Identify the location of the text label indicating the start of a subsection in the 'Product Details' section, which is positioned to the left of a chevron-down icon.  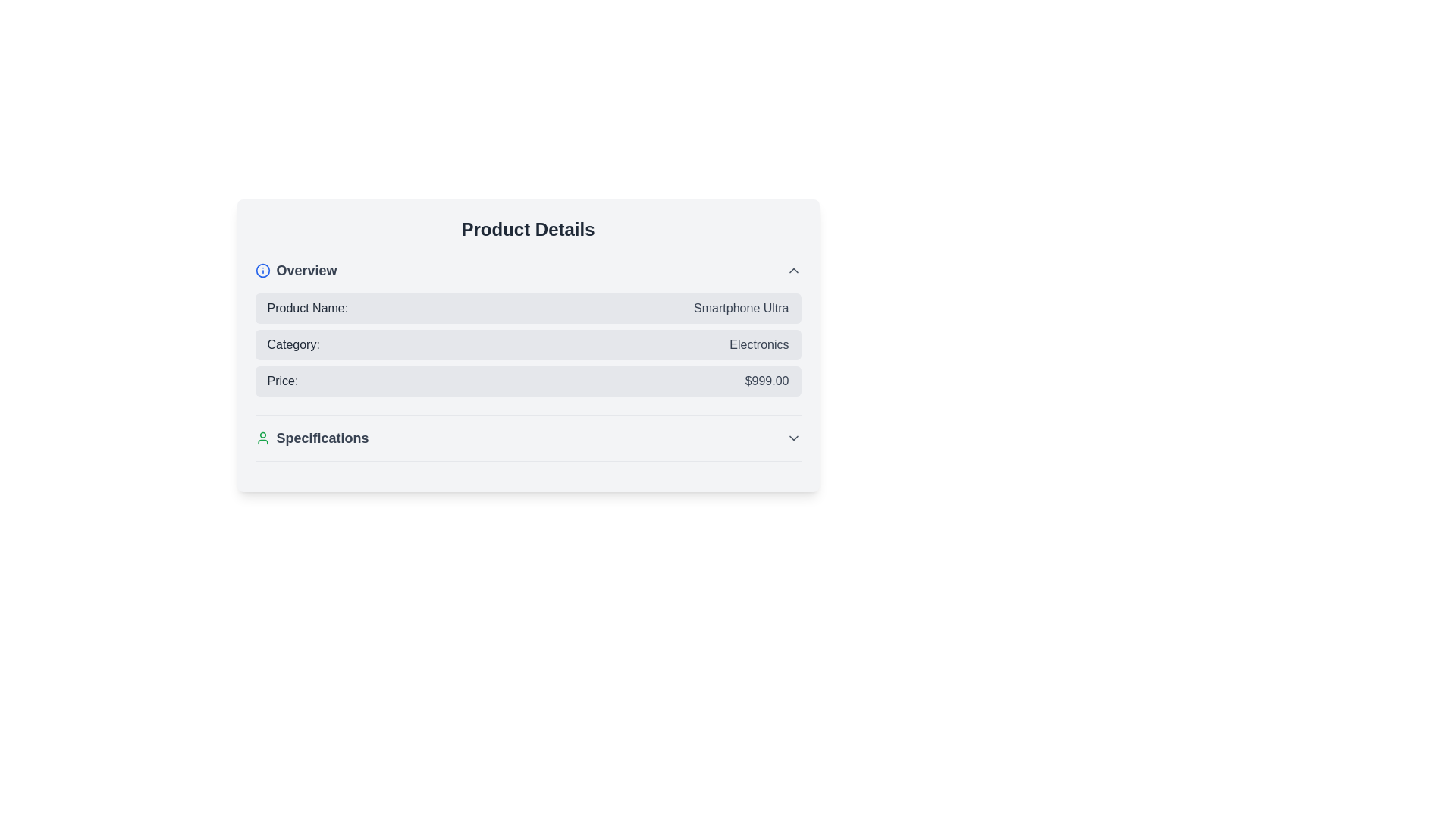
(311, 438).